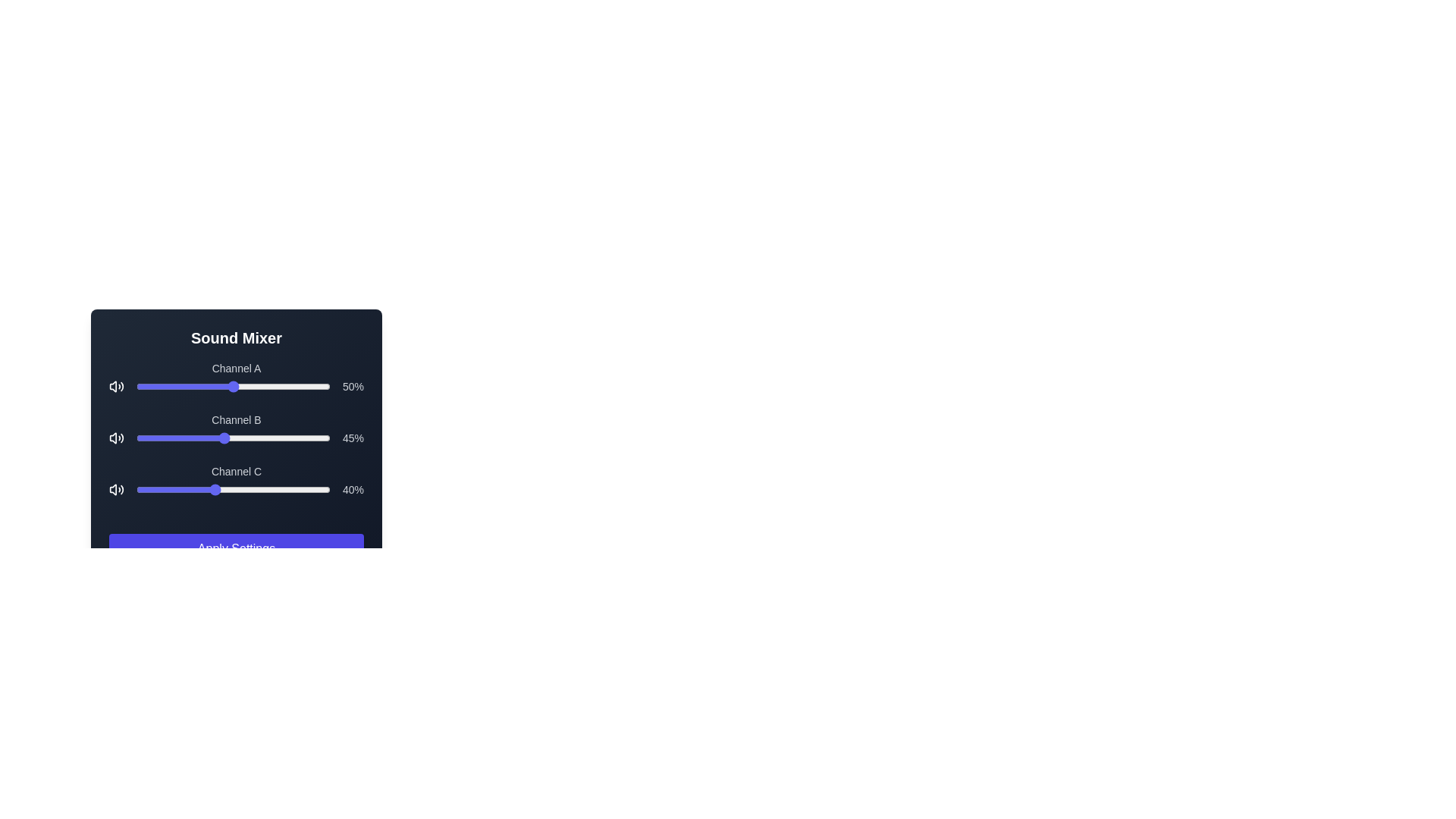  I want to click on the Channel B volume, so click(213, 438).